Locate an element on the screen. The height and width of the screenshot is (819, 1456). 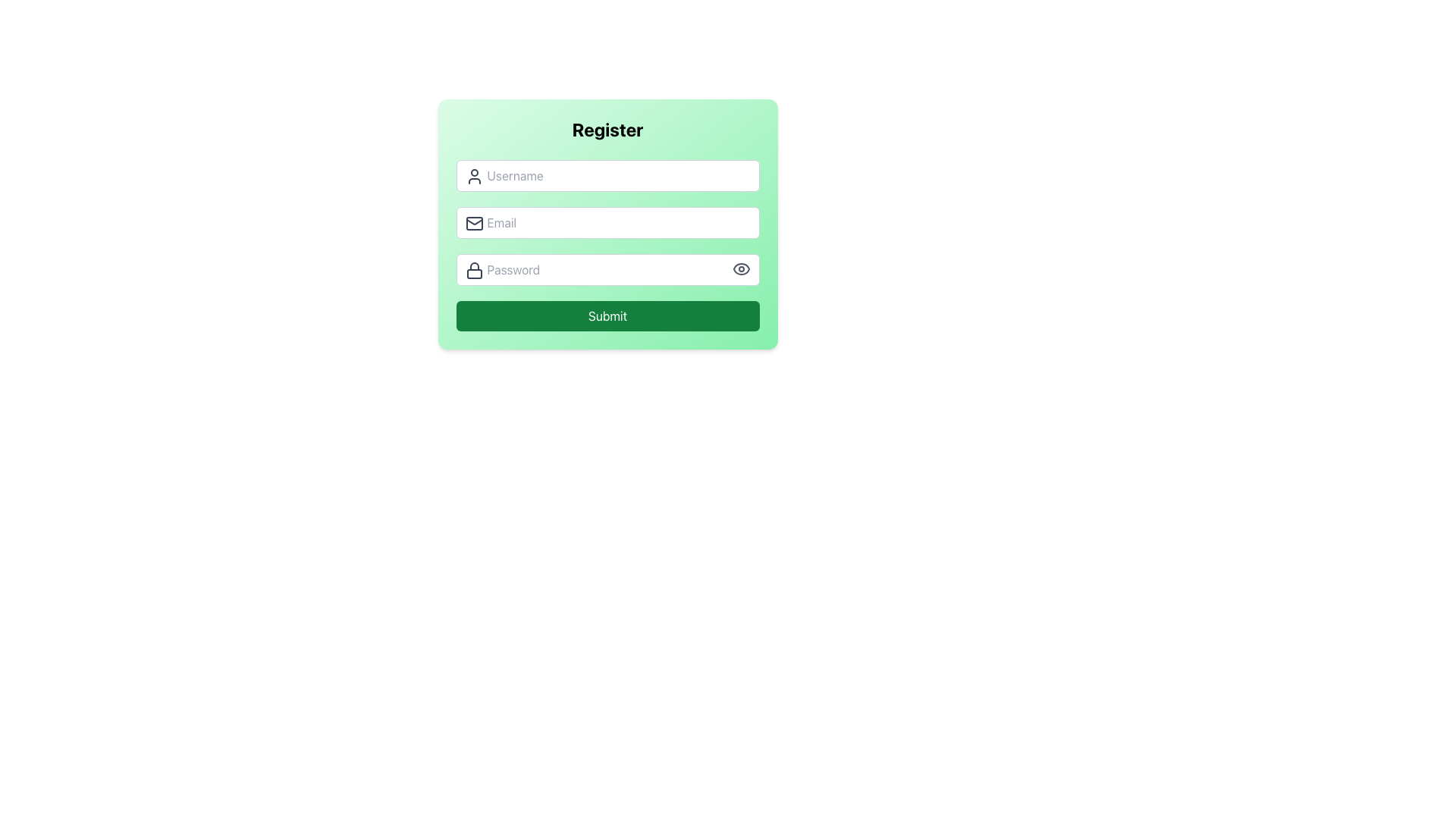
the upper part of the lock design in the SVG illustration adjacent to the 'Password' input field is located at coordinates (473, 265).